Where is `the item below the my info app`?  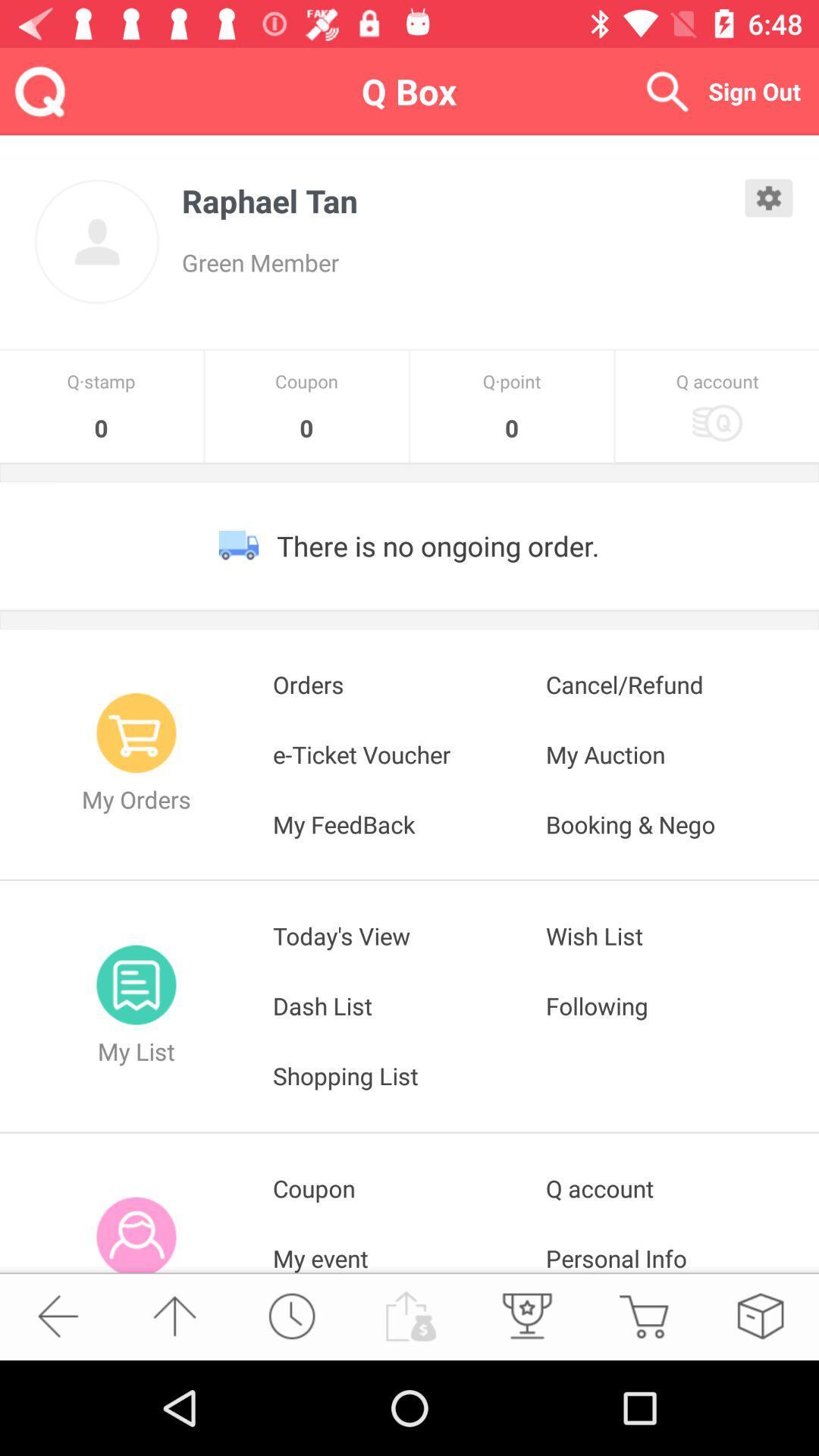
the item below the my info app is located at coordinates (291, 1315).